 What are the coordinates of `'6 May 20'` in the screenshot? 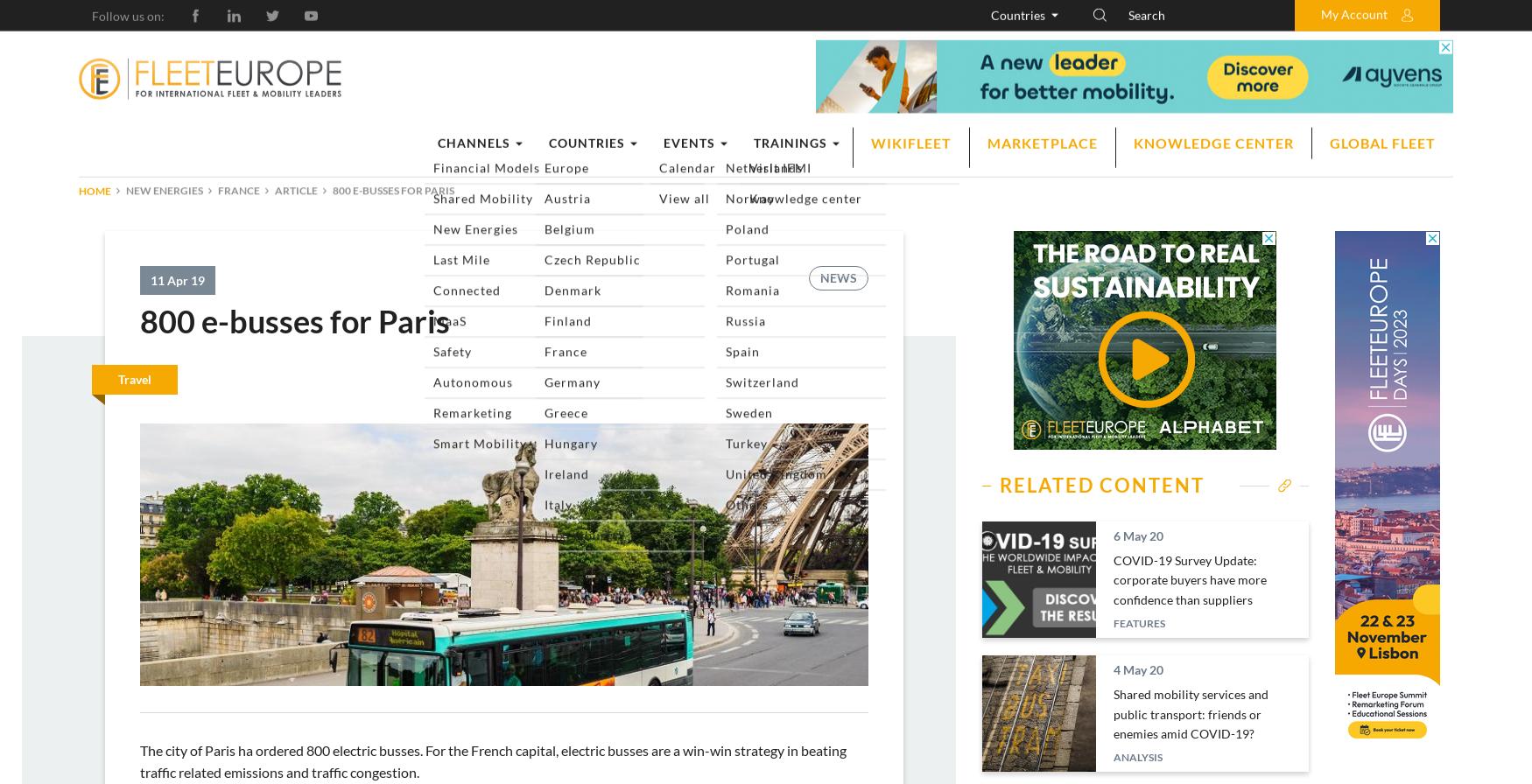 It's located at (1136, 535).